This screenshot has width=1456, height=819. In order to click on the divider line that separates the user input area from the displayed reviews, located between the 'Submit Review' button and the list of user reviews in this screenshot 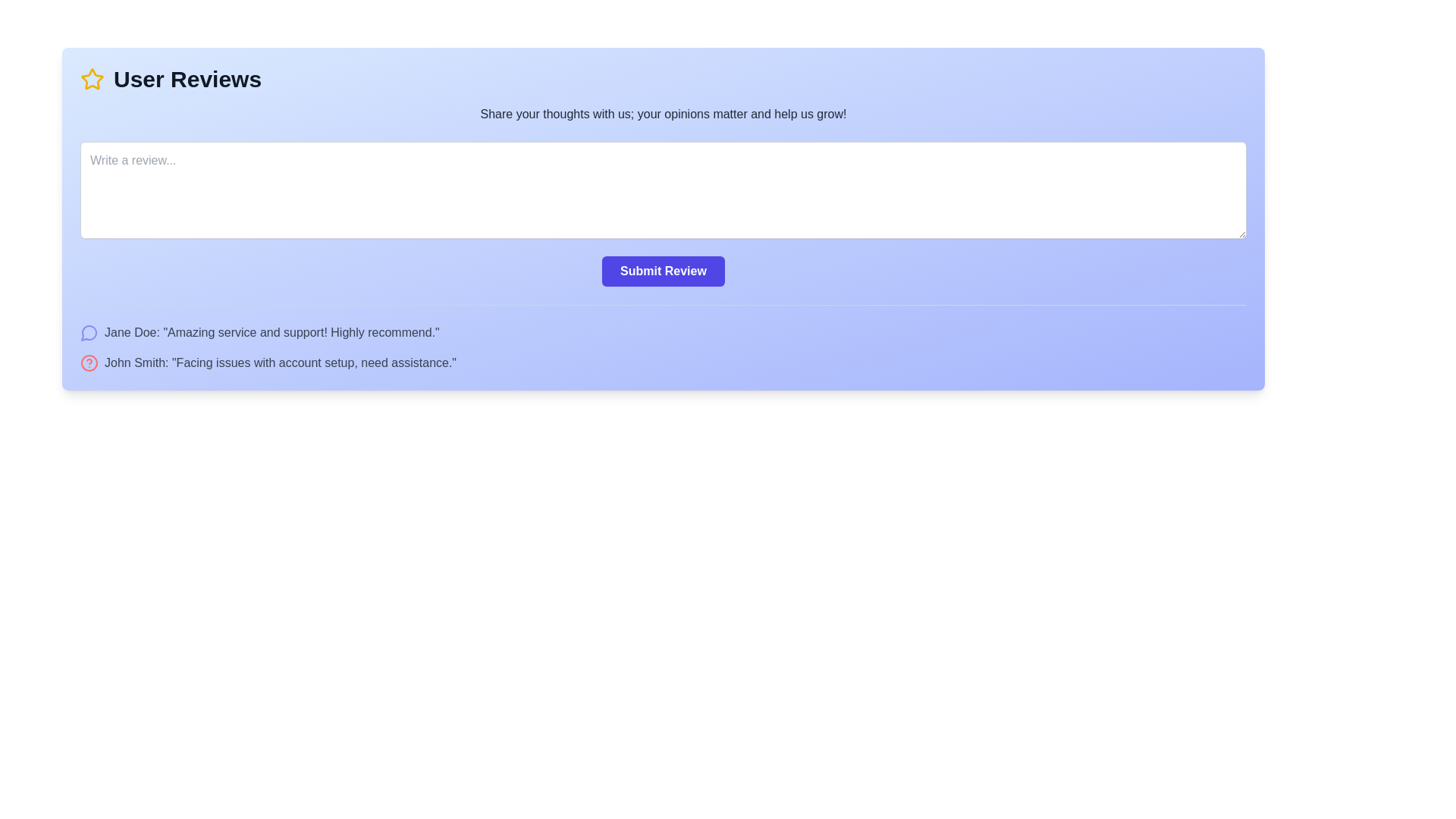, I will do `click(663, 305)`.